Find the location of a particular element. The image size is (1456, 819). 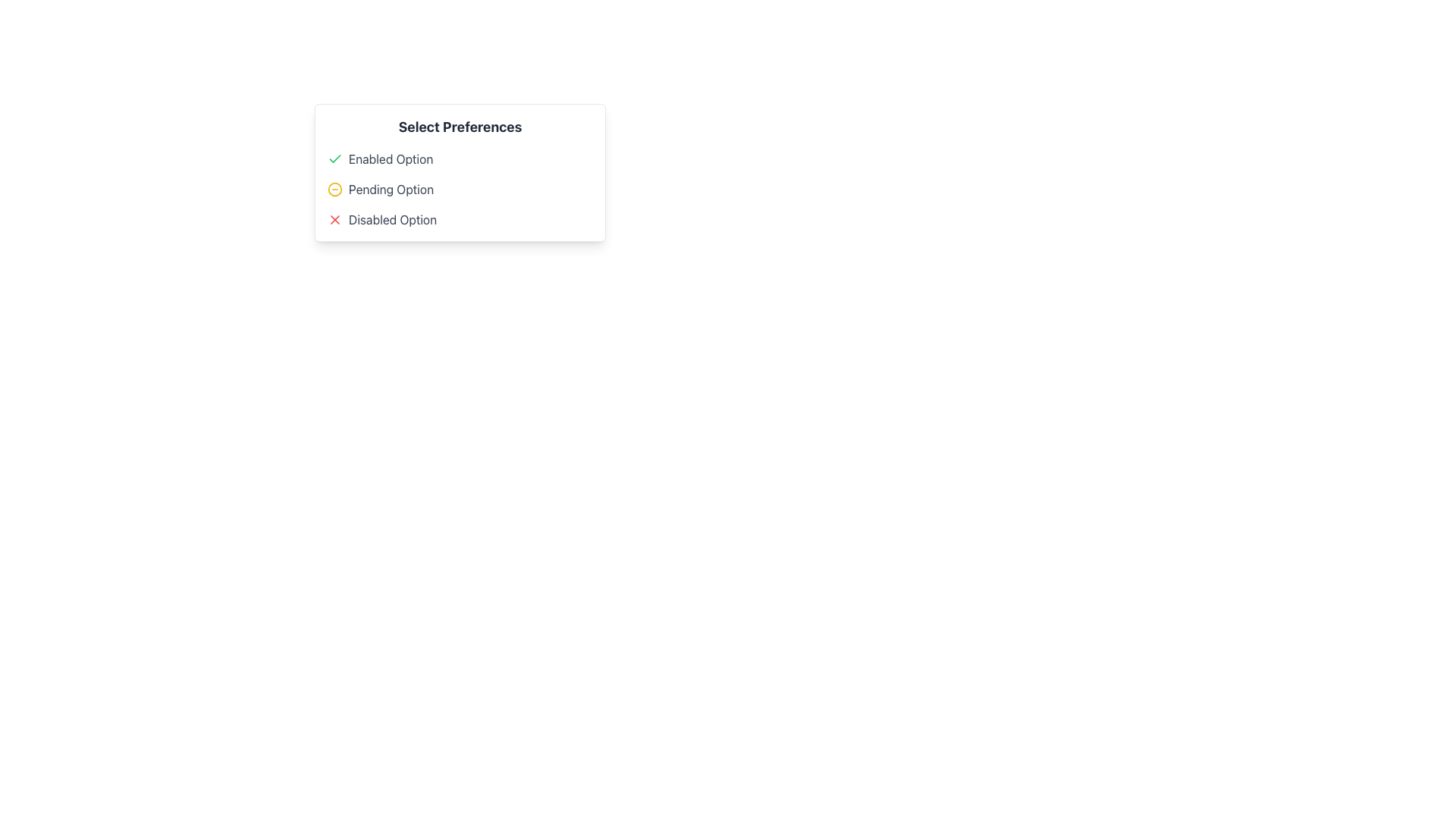

the leftmost icon in the 'Pending Option' row that indicates the 'Pending' state, positioned between 'Enabled Option' and 'Disabled Option' is located at coordinates (334, 189).